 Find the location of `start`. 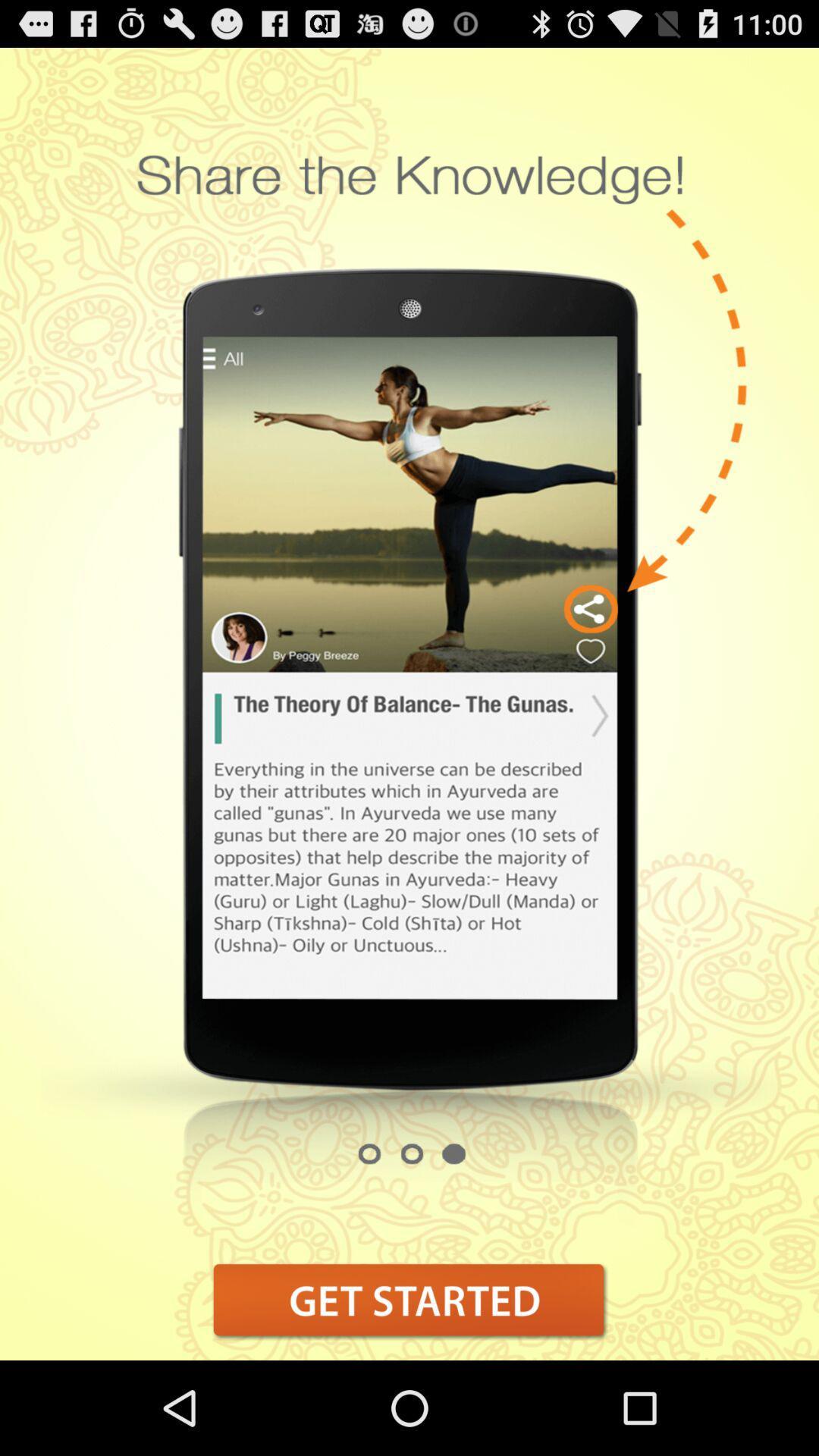

start is located at coordinates (409, 1300).